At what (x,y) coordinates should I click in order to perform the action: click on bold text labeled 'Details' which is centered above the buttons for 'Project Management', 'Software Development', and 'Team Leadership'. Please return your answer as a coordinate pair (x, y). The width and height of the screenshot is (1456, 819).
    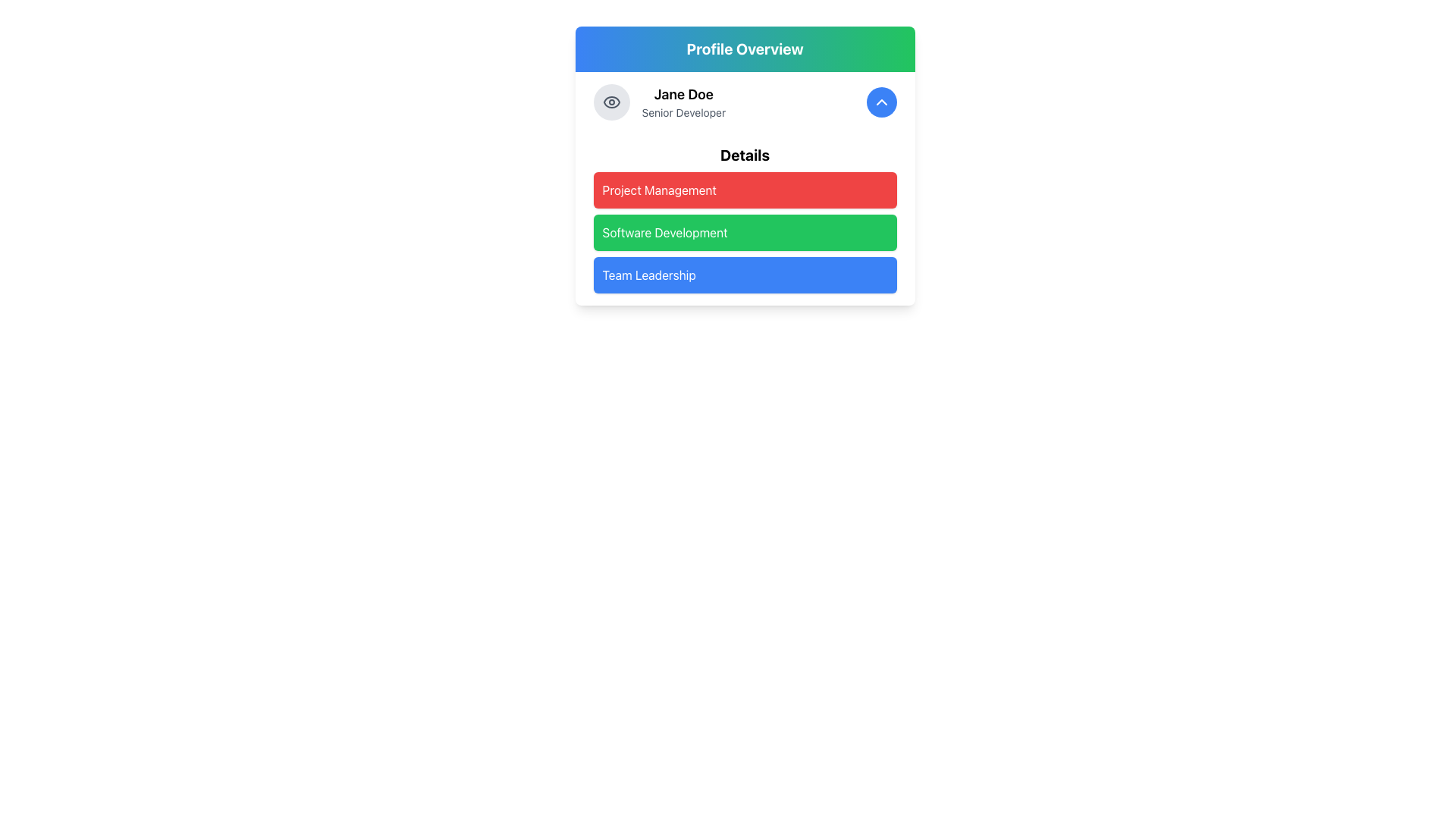
    Looking at the image, I should click on (745, 155).